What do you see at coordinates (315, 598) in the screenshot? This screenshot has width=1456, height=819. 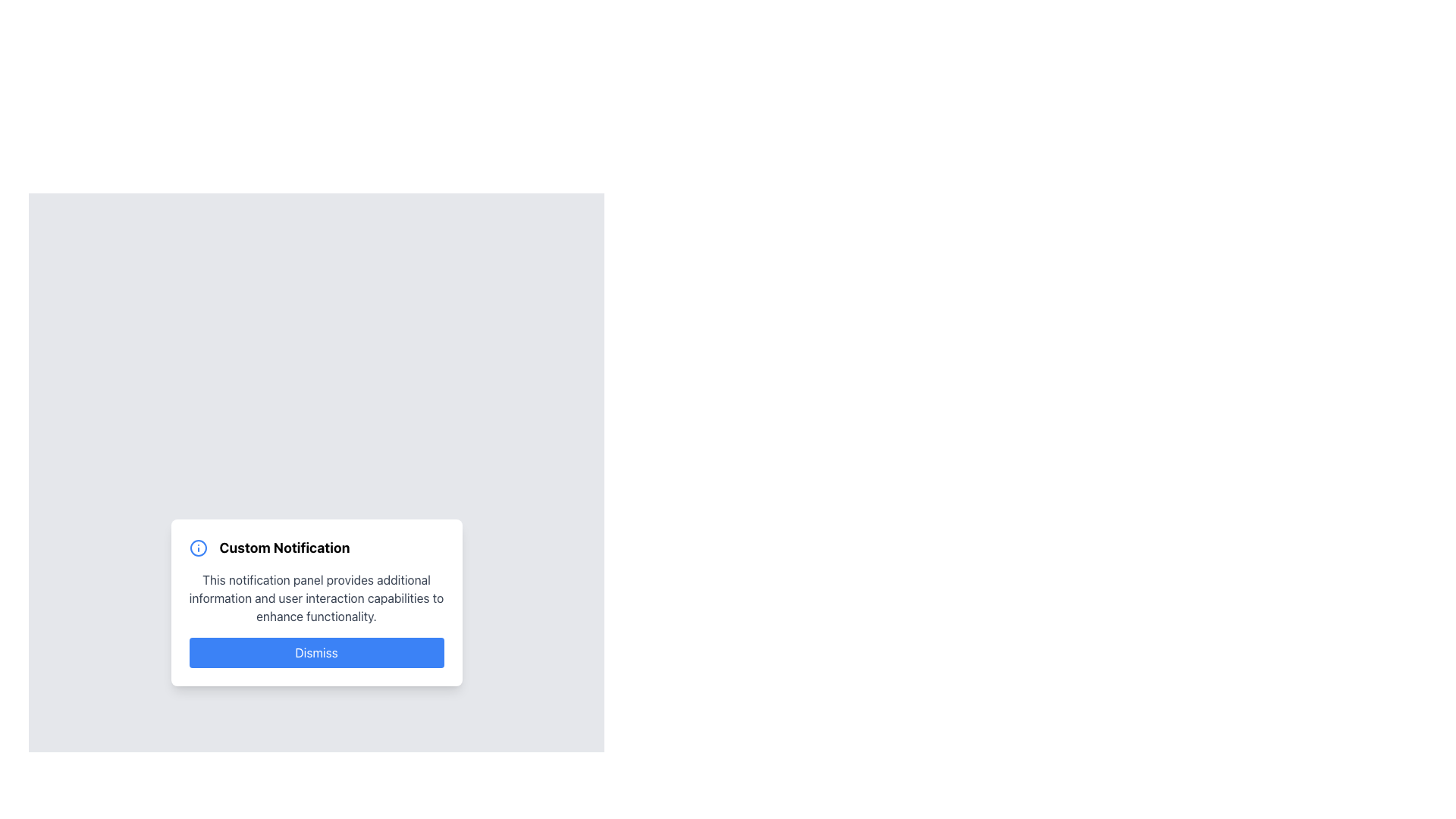 I see `the static text element that provides additional details about the associated notification, located below the 'Custom Notification' header and above the 'Dismiss' button` at bounding box center [315, 598].